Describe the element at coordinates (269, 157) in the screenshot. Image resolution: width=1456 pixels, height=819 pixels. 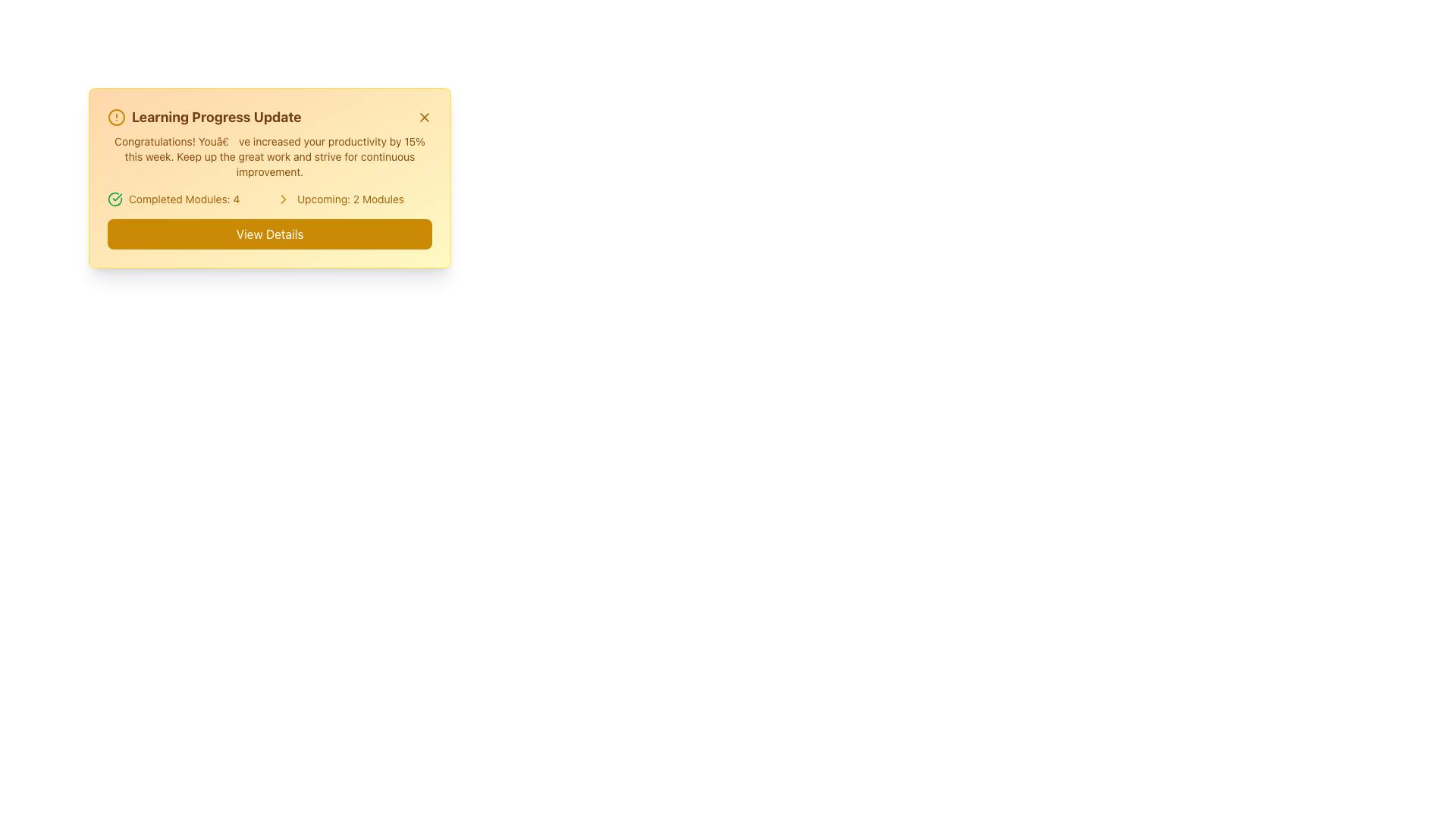
I see `the static text content that provides informative feedback about user progress, located below the 'Learning Progress Update' heading` at that location.